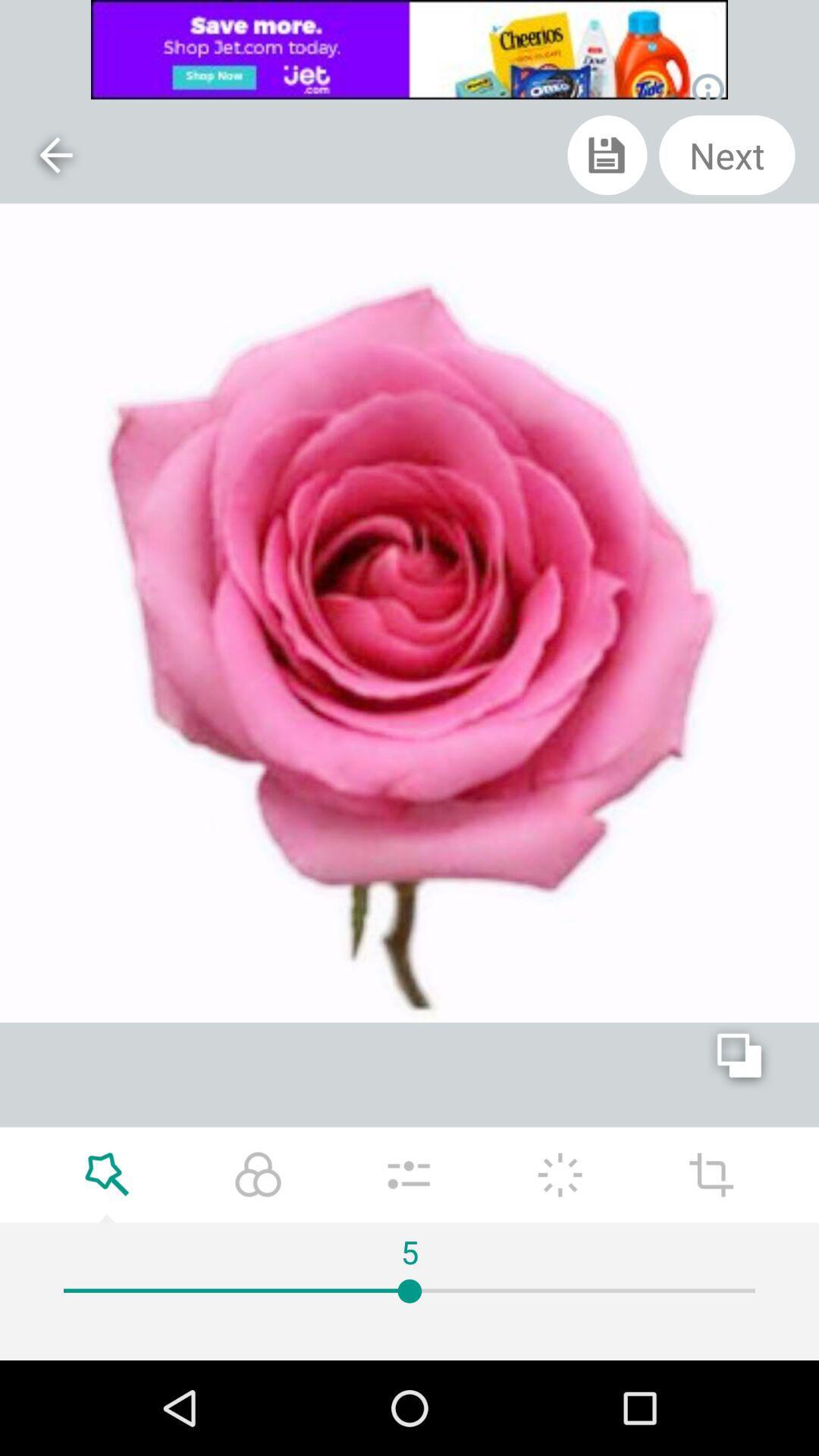  I want to click on icon left to next at the top right corner, so click(607, 155).